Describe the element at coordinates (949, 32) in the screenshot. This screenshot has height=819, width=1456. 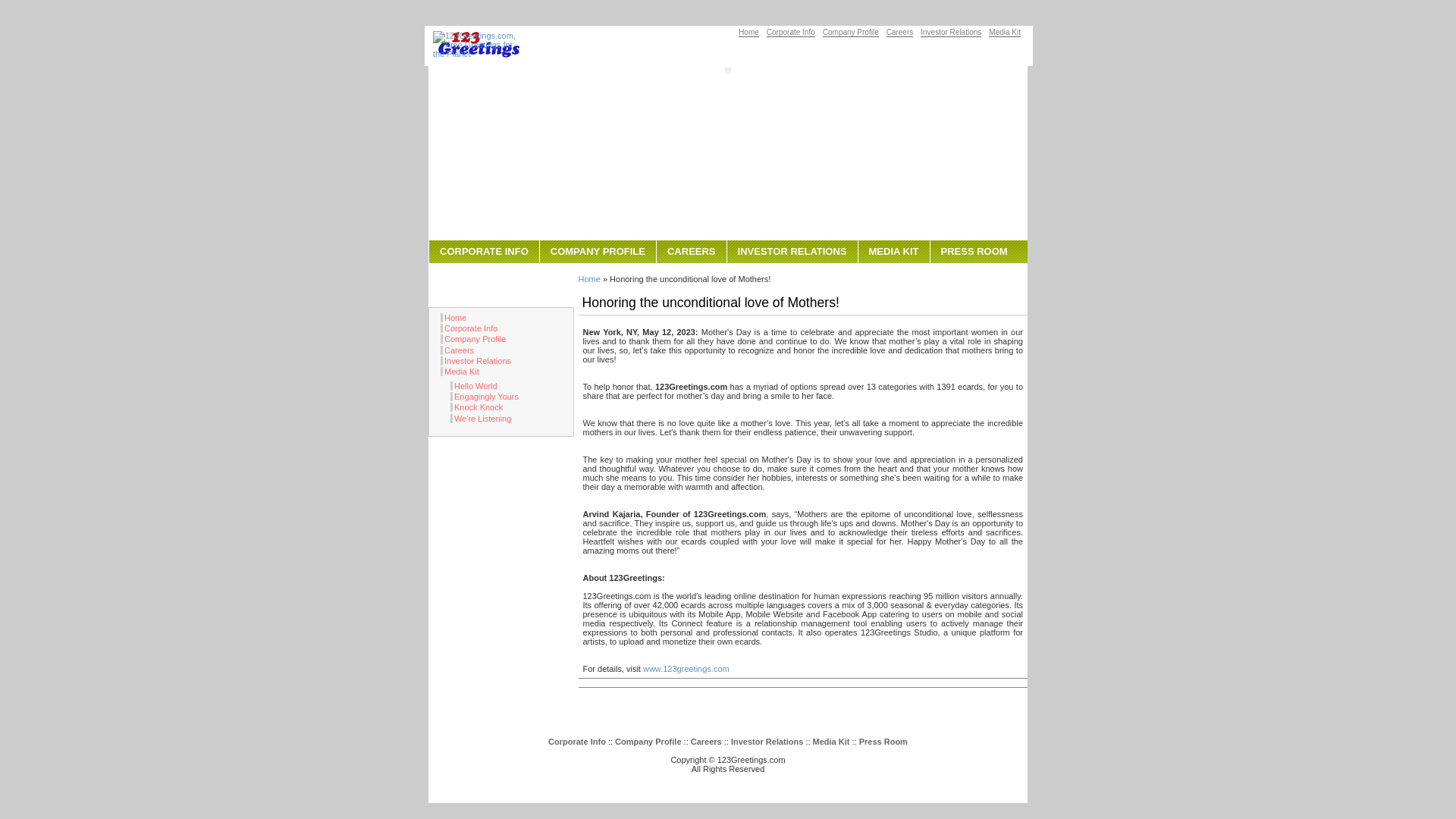
I see `'Investor Relations'` at that location.